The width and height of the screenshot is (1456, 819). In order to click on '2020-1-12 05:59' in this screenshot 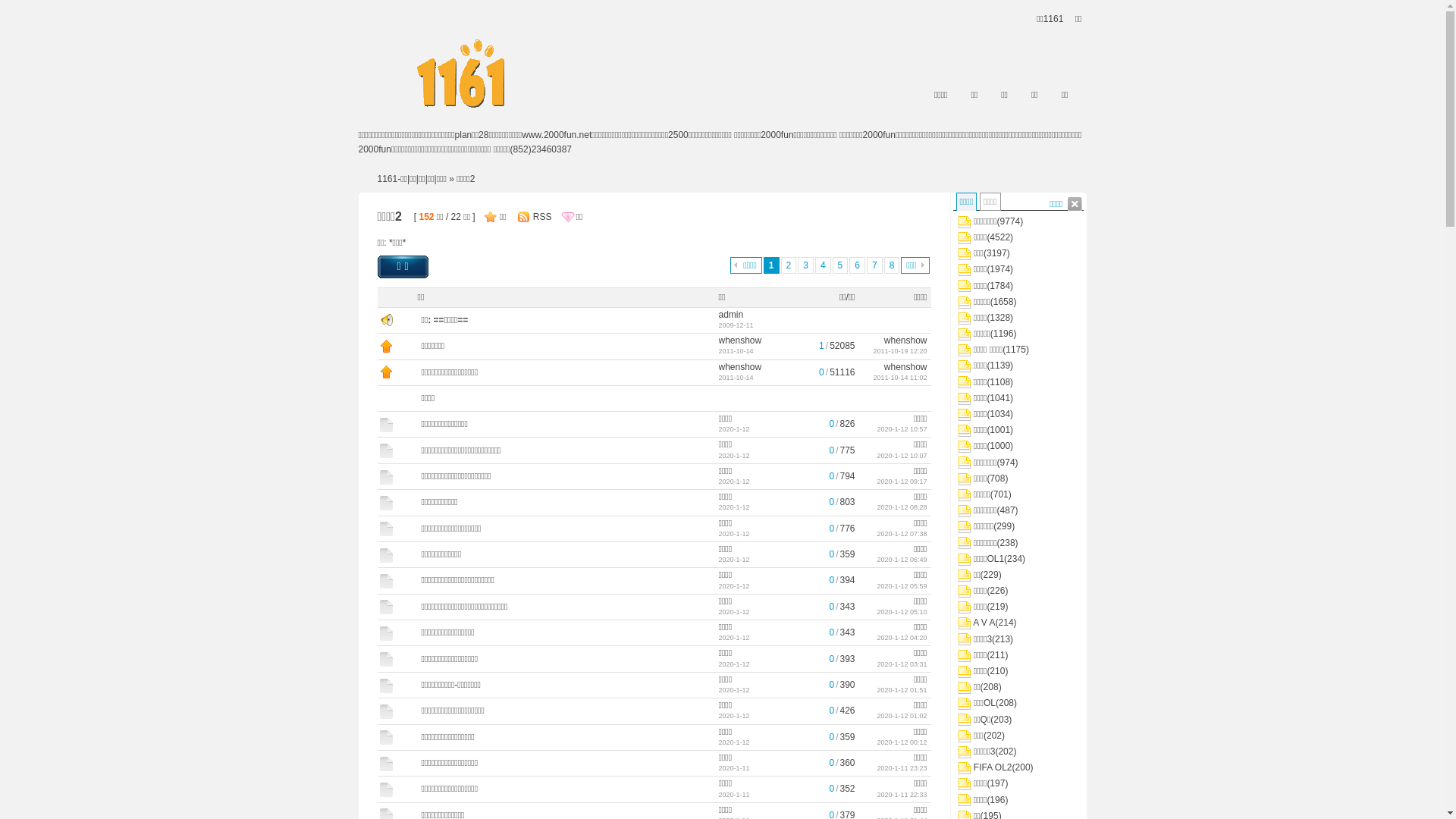, I will do `click(902, 585)`.